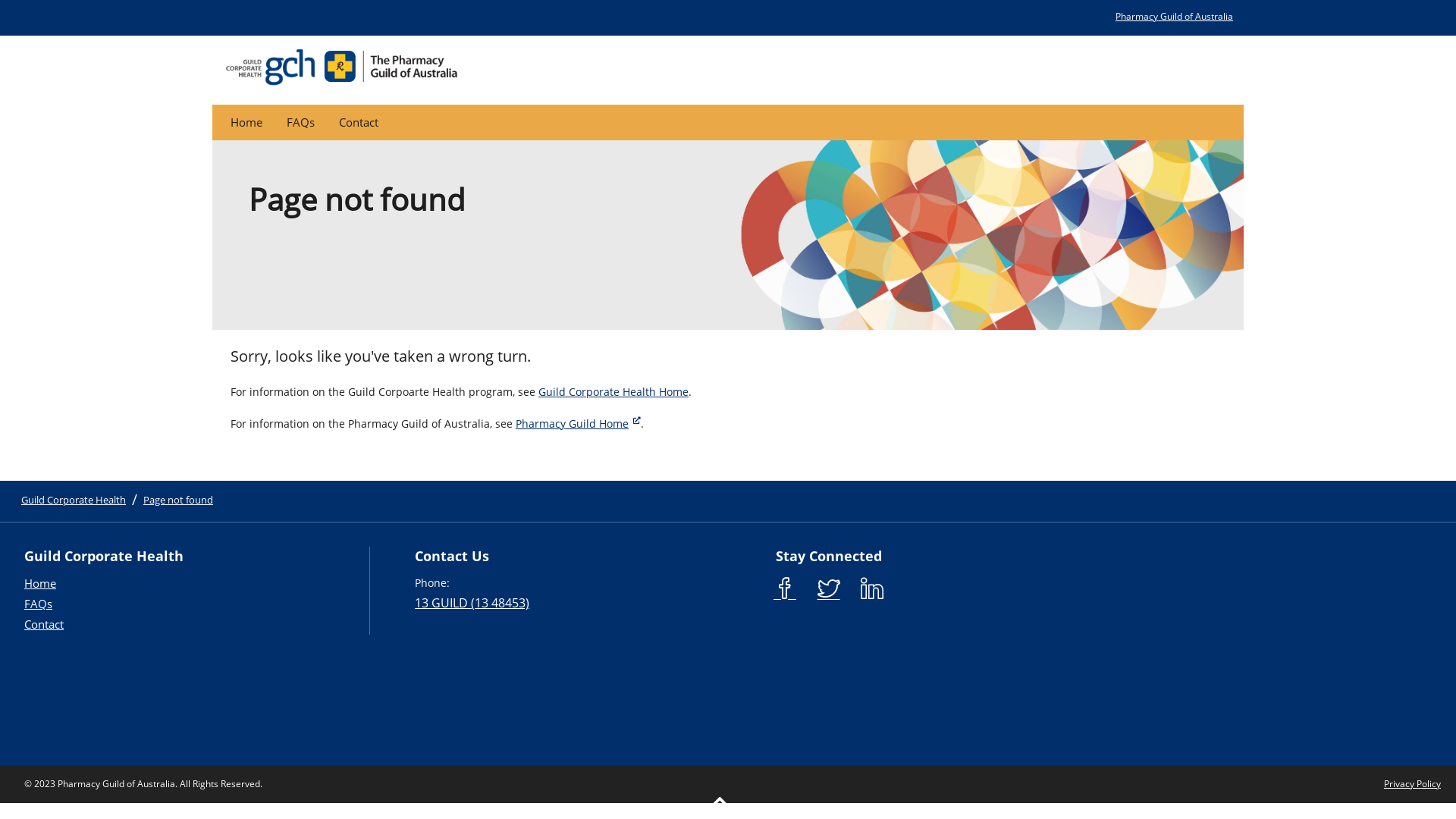 This screenshot has height=819, width=1456. Describe the element at coordinates (246, 121) in the screenshot. I see `'Home'` at that location.